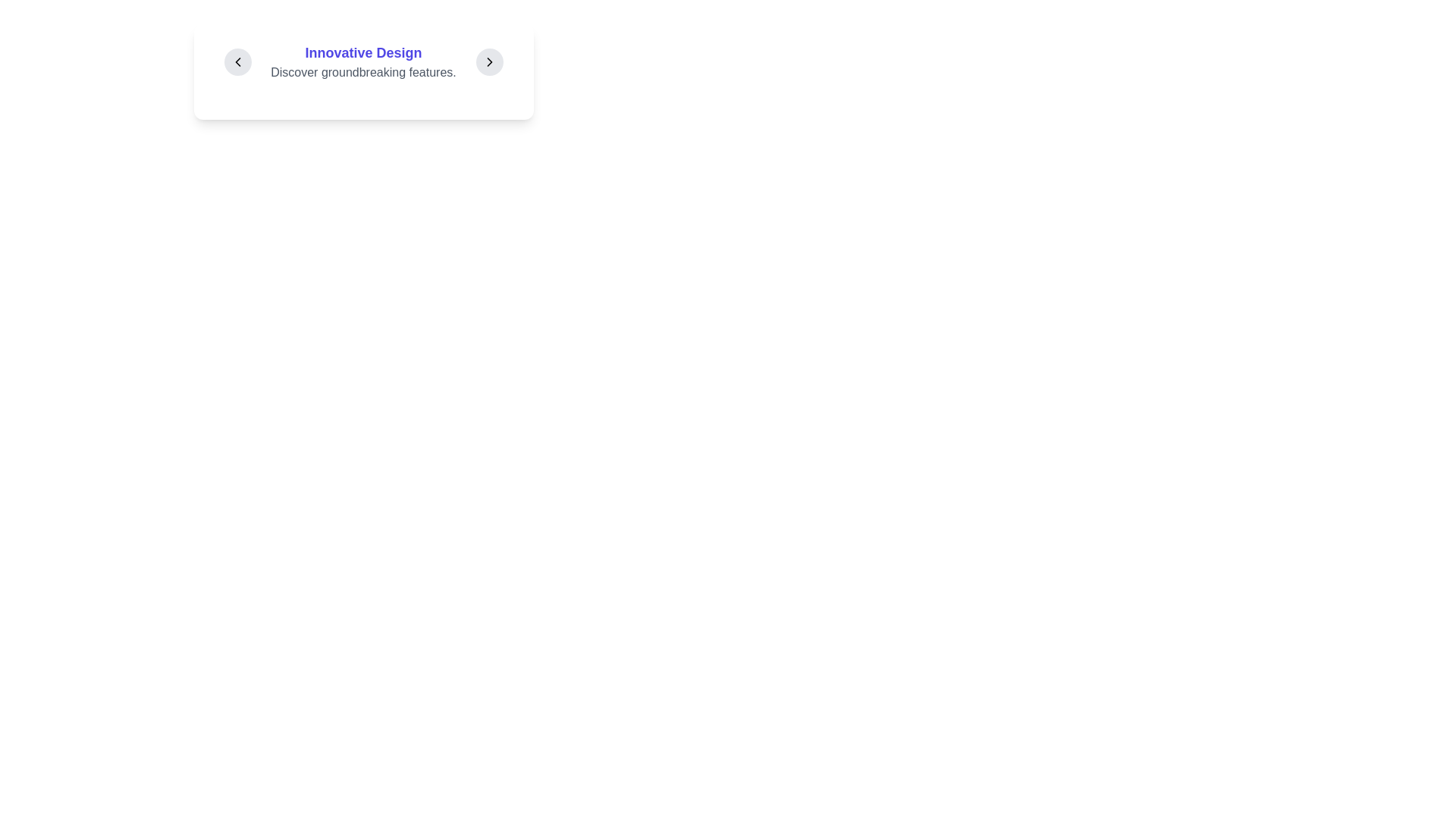 The width and height of the screenshot is (1456, 819). What do you see at coordinates (237, 61) in the screenshot?
I see `the circular button with a light gray background and a left-pointing arrow icon for keyboard interaction` at bounding box center [237, 61].